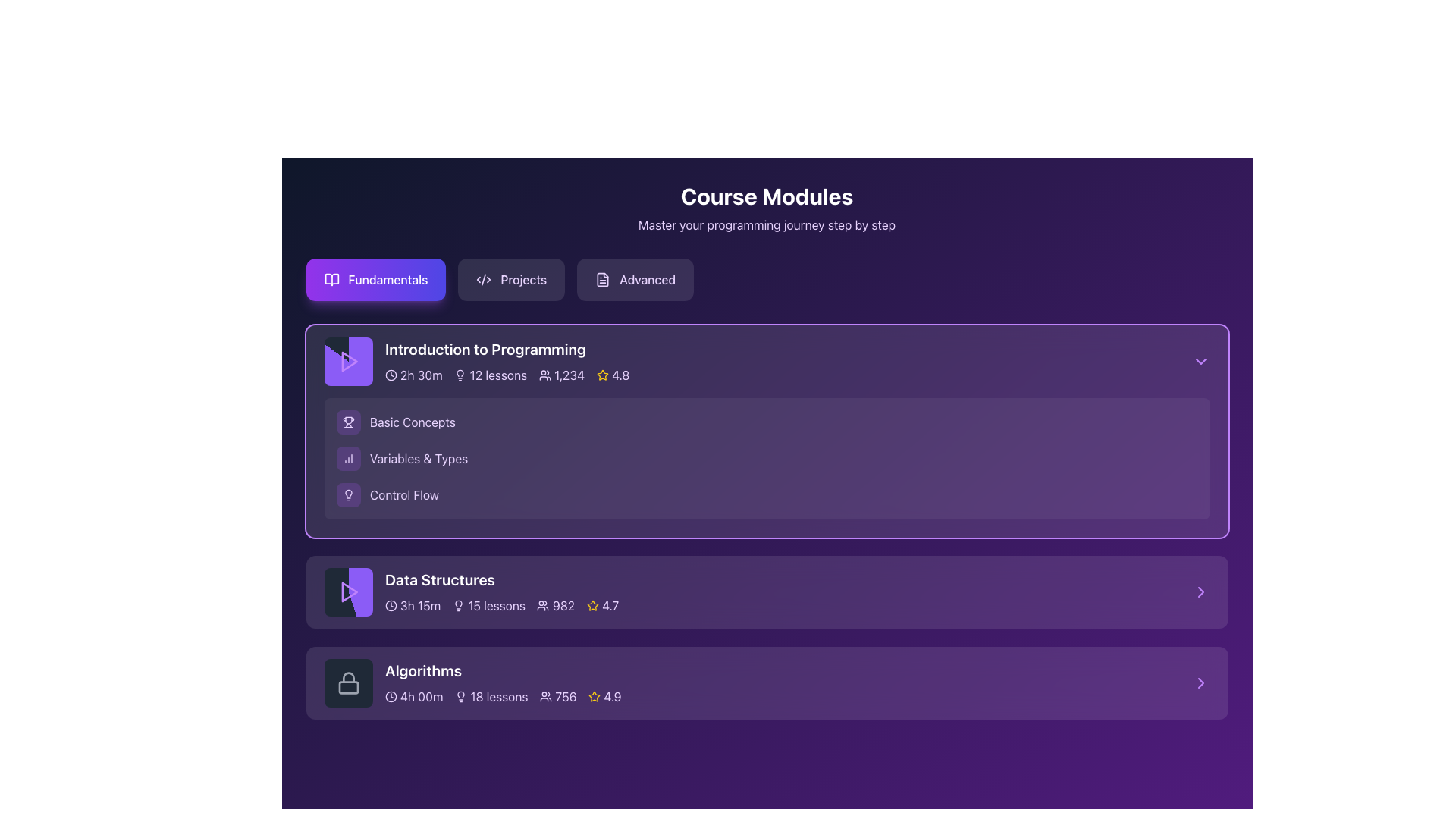  What do you see at coordinates (560, 375) in the screenshot?
I see `the third information display group, which includes an icon resembling users and the text '1,234', located in the top section of the list item named 'Introduction to Programming'` at bounding box center [560, 375].